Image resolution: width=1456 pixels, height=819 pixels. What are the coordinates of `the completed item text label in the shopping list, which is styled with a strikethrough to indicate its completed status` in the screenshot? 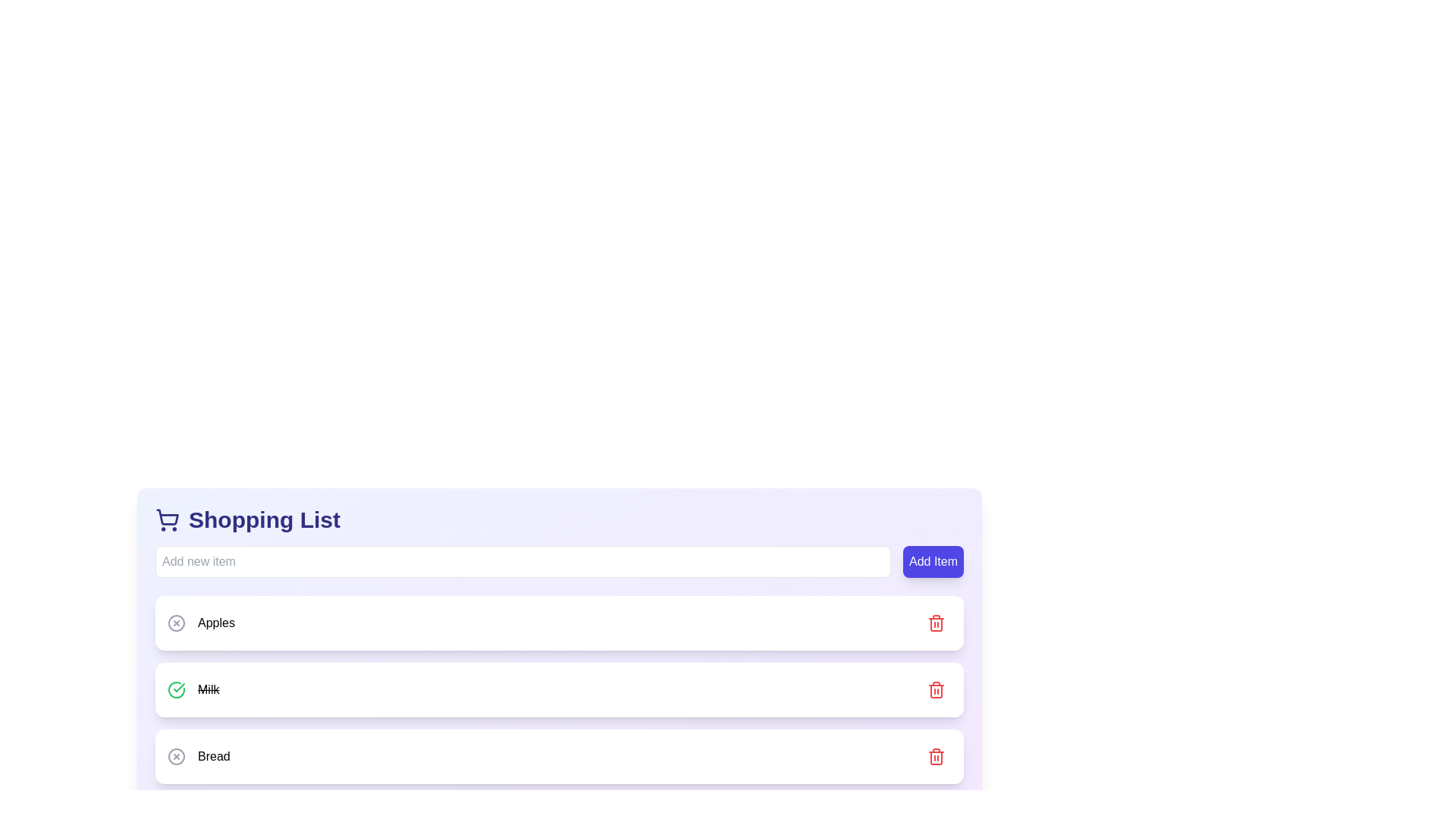 It's located at (193, 690).